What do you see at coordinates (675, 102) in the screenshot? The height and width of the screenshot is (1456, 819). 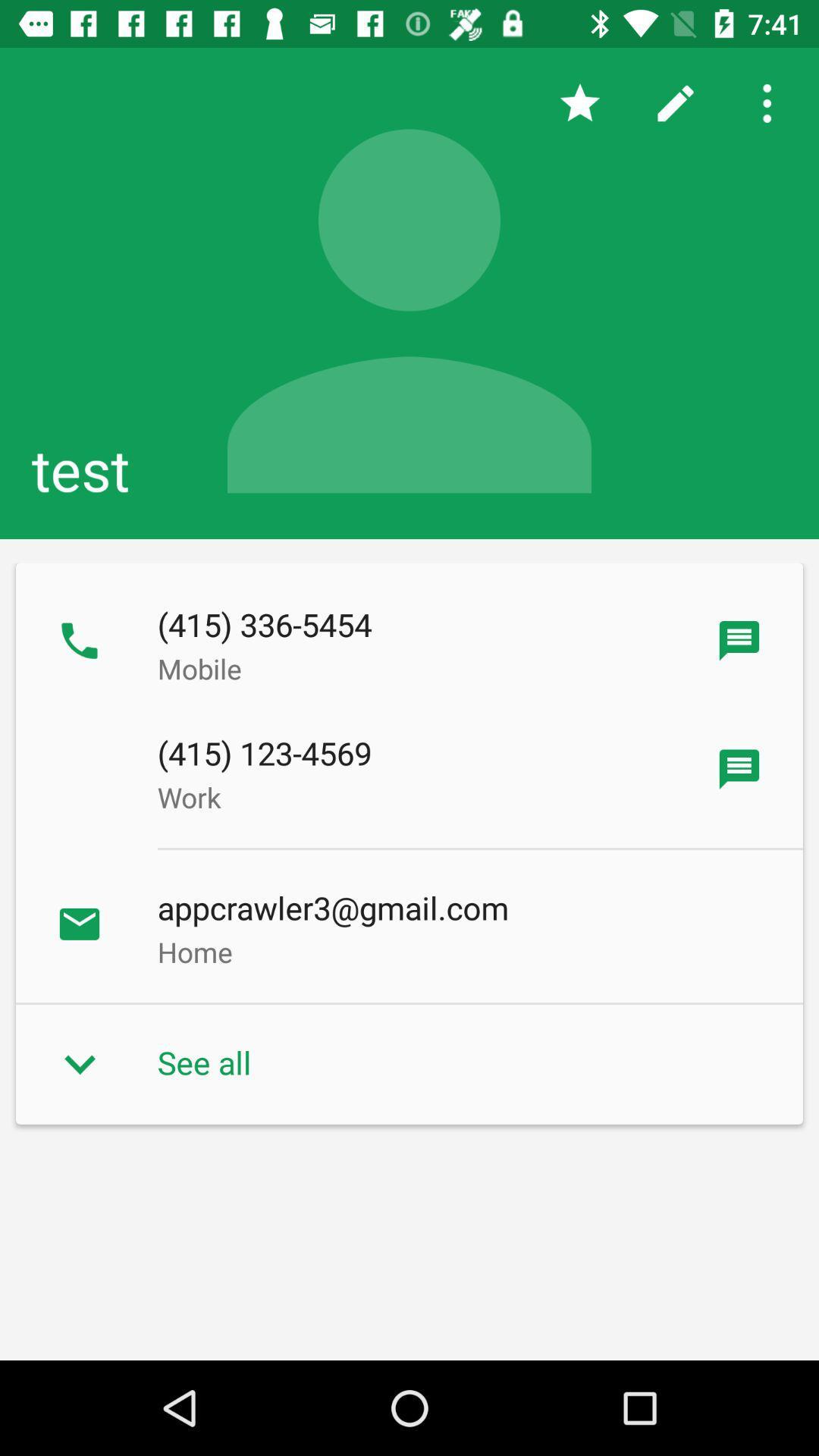 I see `the icon above test` at bounding box center [675, 102].